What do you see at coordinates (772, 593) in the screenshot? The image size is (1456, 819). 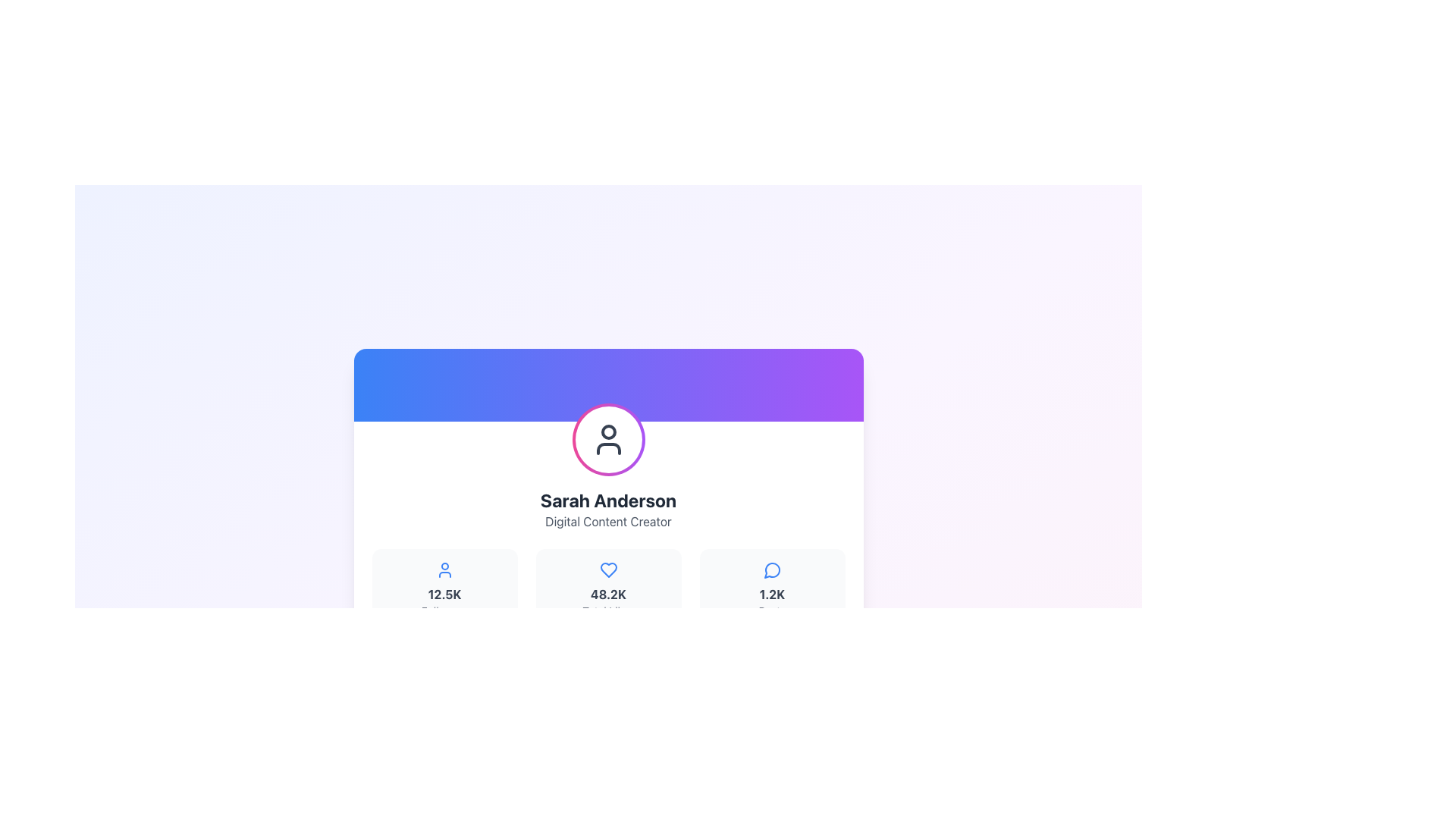 I see `the text label displaying '1.2K' in bold gray font, which is positioned above the 'Posts' label within the card-like component` at bounding box center [772, 593].